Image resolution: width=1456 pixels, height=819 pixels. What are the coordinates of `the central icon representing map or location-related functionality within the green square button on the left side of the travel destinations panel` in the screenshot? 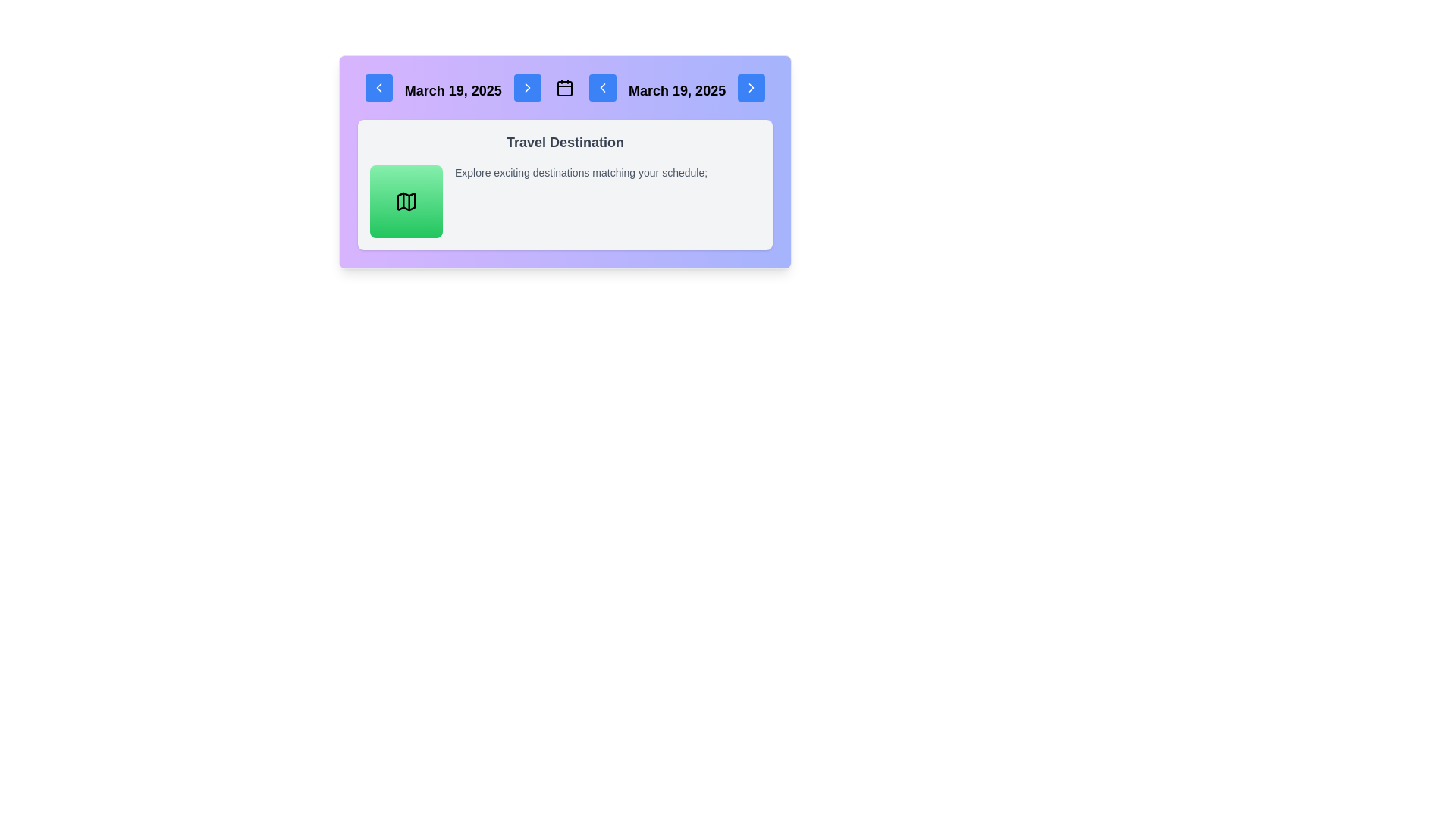 It's located at (406, 201).